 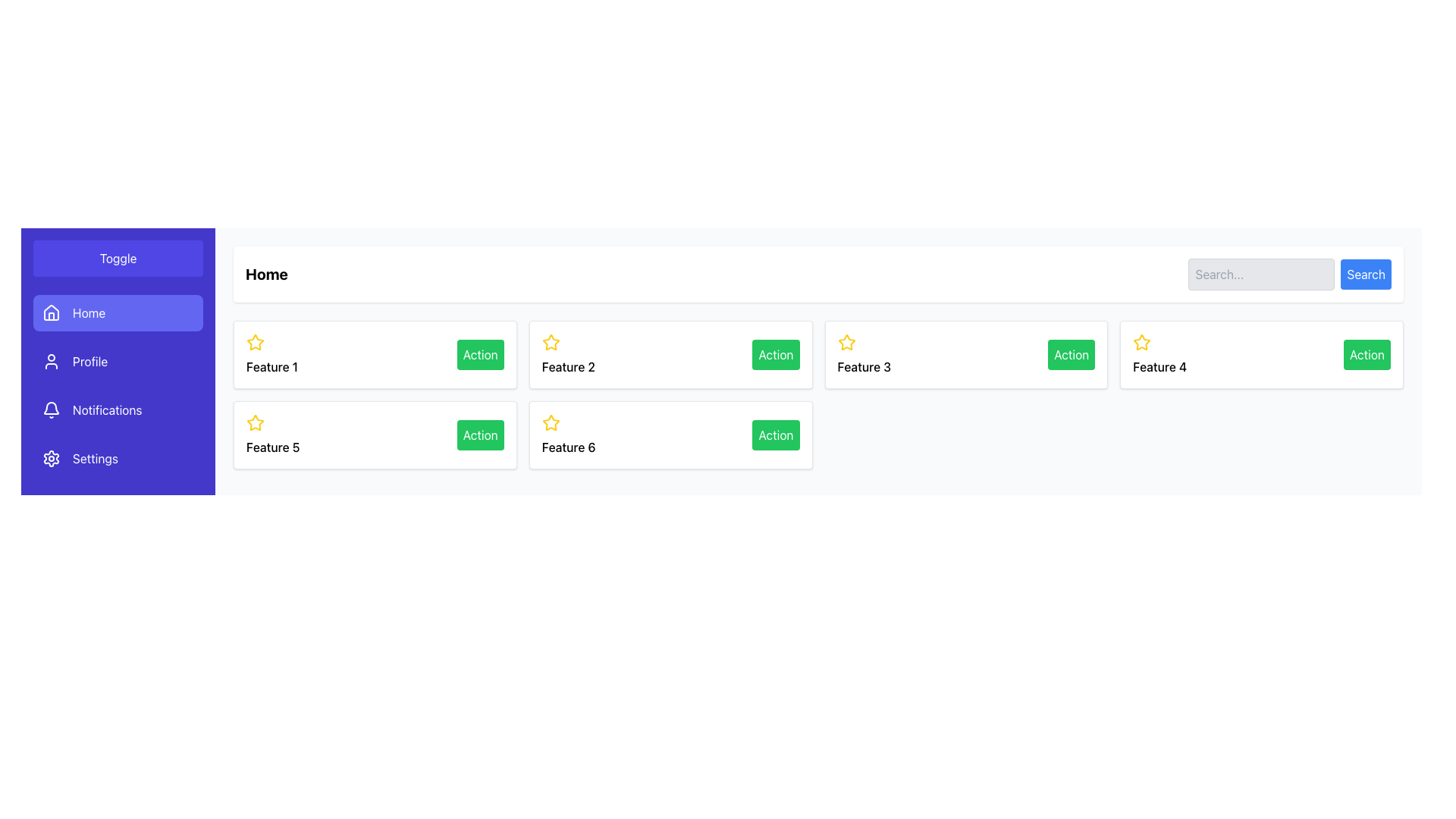 What do you see at coordinates (550, 342) in the screenshot?
I see `the visual indicator icon located in the second card of the 'Home' section, positioned between the star for 'Feature 1' and the star for 'Feature 3'` at bounding box center [550, 342].